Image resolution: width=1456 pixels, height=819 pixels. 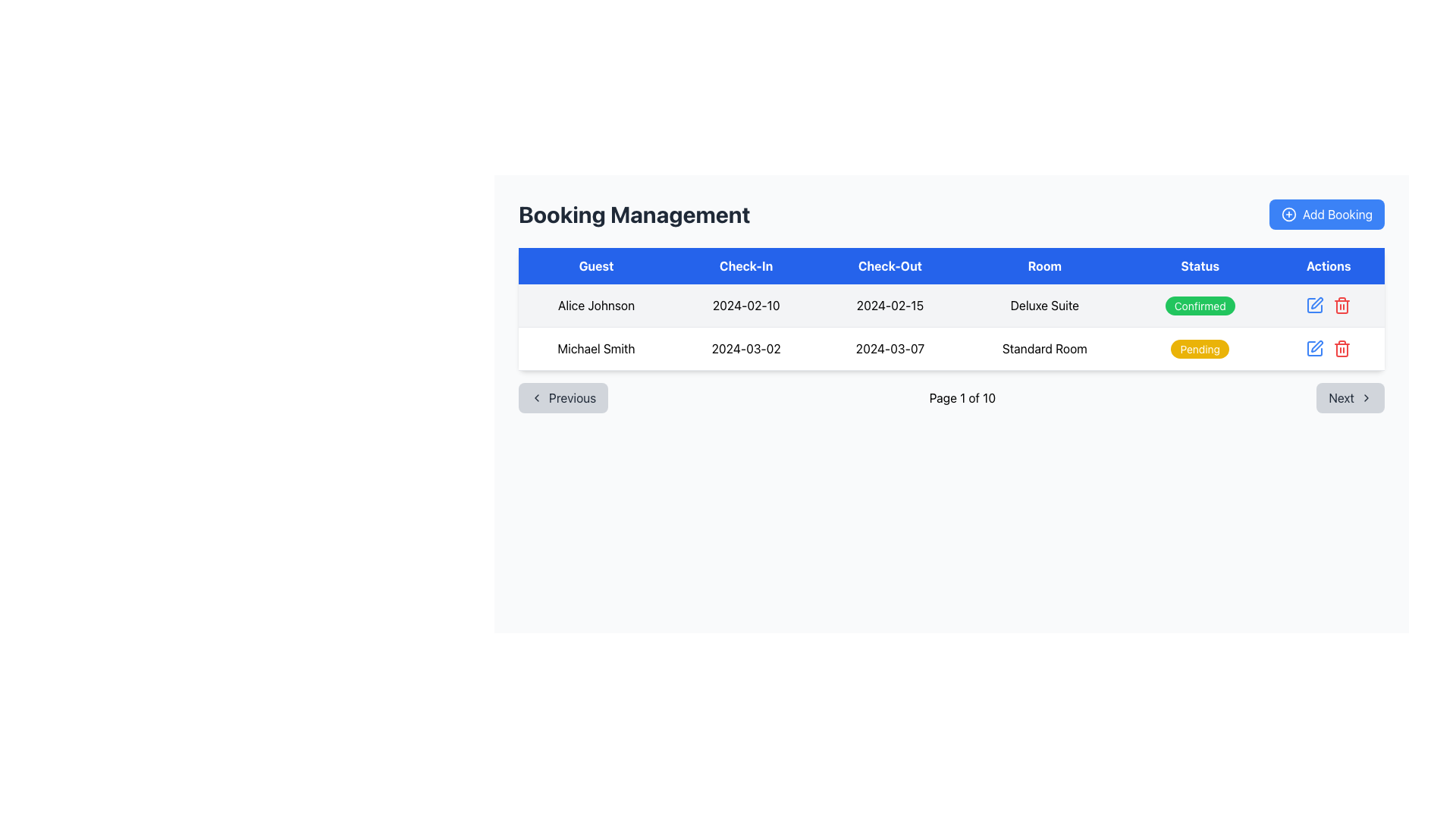 What do you see at coordinates (1043, 265) in the screenshot?
I see `the blue rectangular tab labeled 'Room', which is the fourth column header in the table, located between 'Check-Out' and 'Status'` at bounding box center [1043, 265].